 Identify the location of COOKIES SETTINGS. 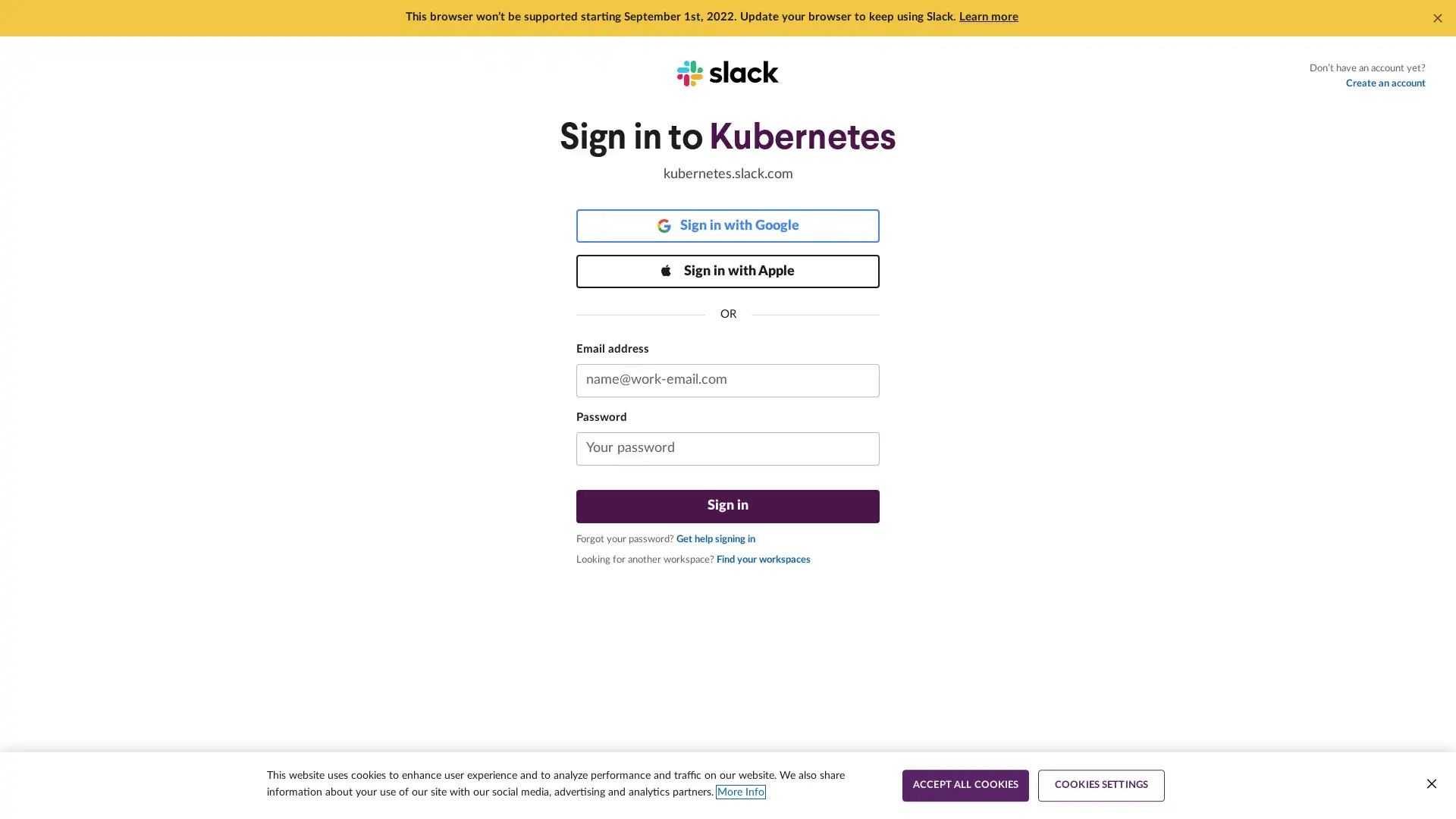
(1101, 785).